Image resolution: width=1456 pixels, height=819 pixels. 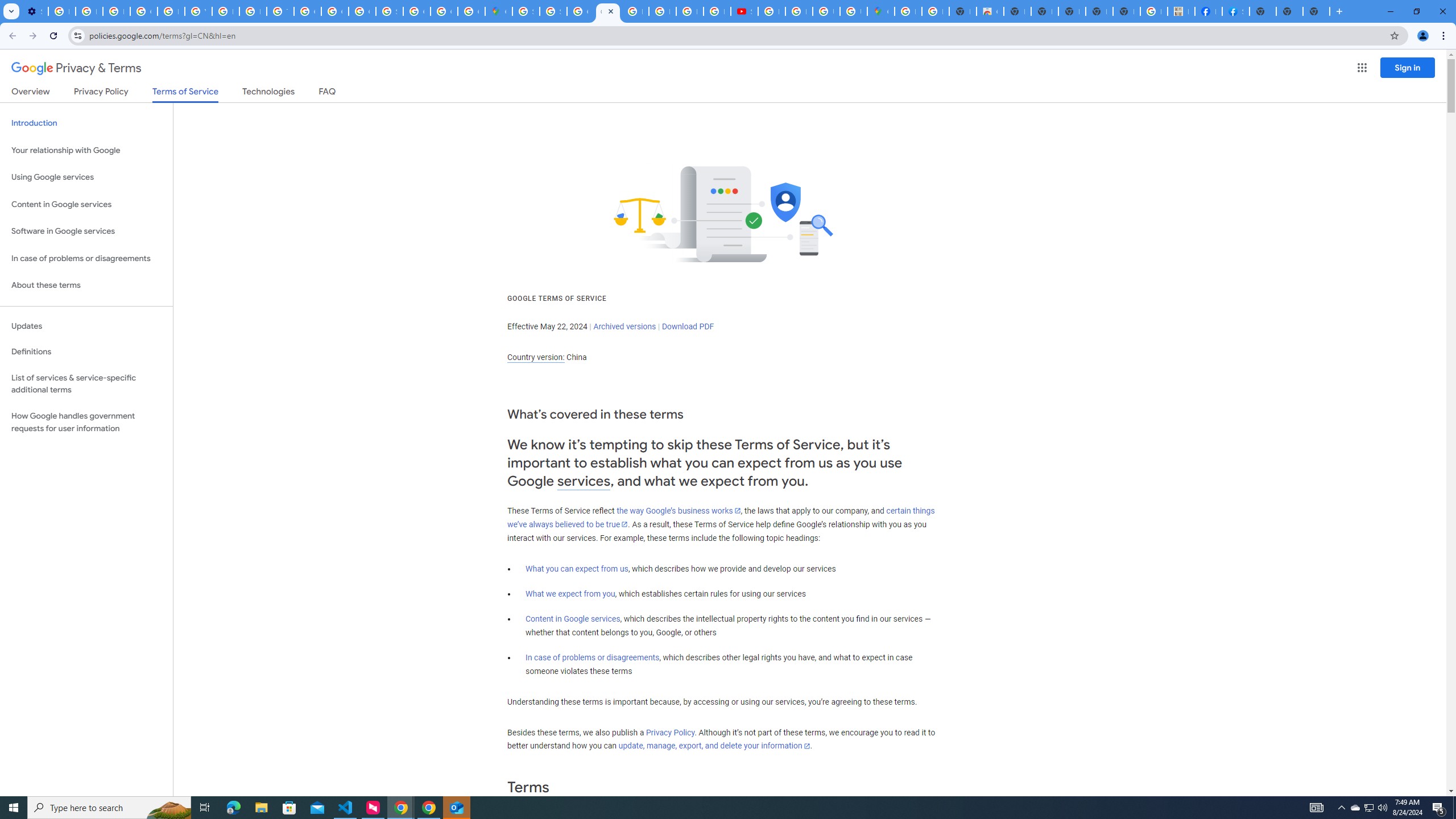 I want to click on 'Delete photos & videos - Computer - Google Photos Help', so click(x=61, y=11).